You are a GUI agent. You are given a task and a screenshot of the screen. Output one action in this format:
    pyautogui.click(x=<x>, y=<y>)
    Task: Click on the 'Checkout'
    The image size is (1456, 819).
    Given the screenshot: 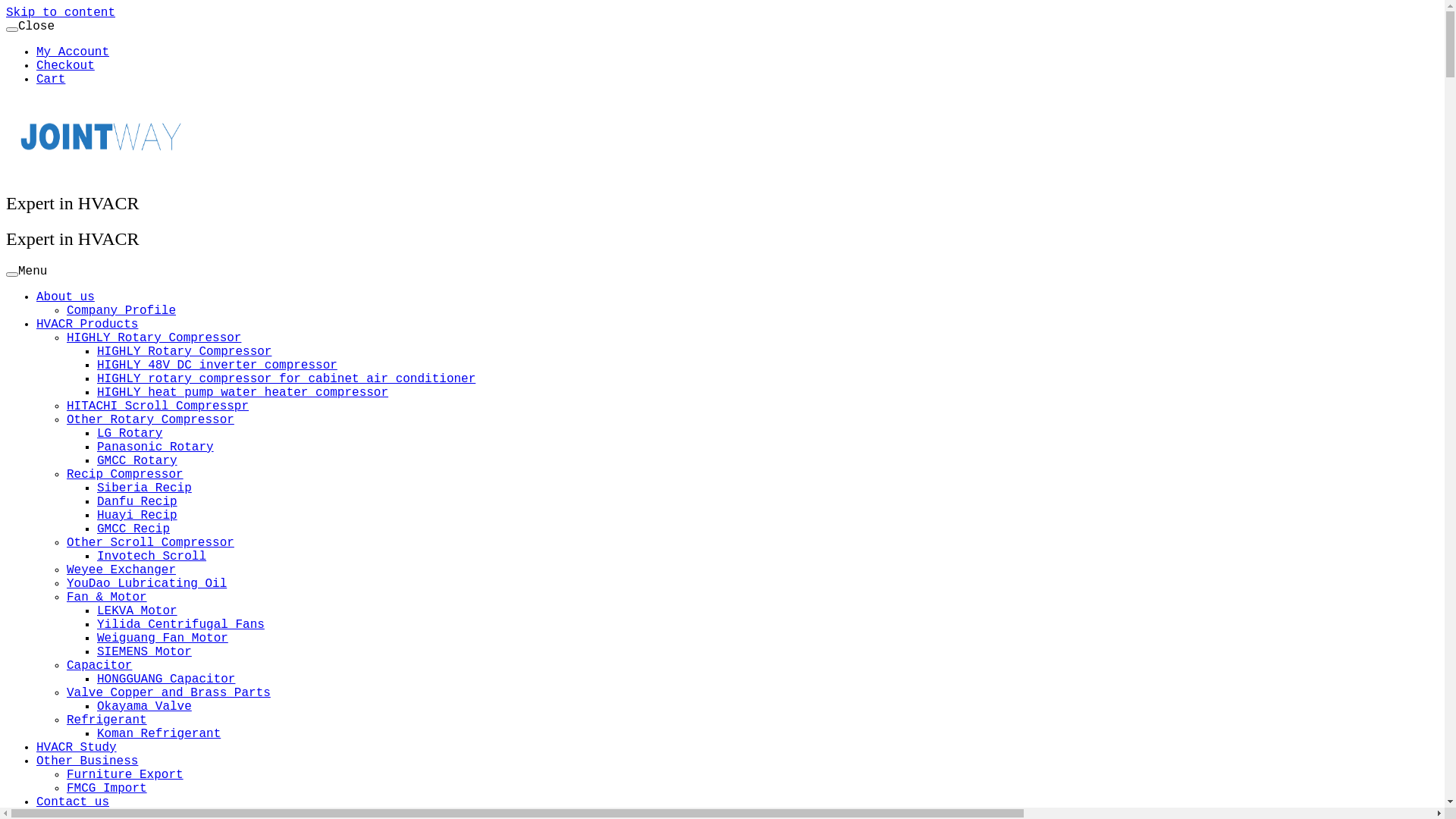 What is the action you would take?
    pyautogui.click(x=64, y=65)
    